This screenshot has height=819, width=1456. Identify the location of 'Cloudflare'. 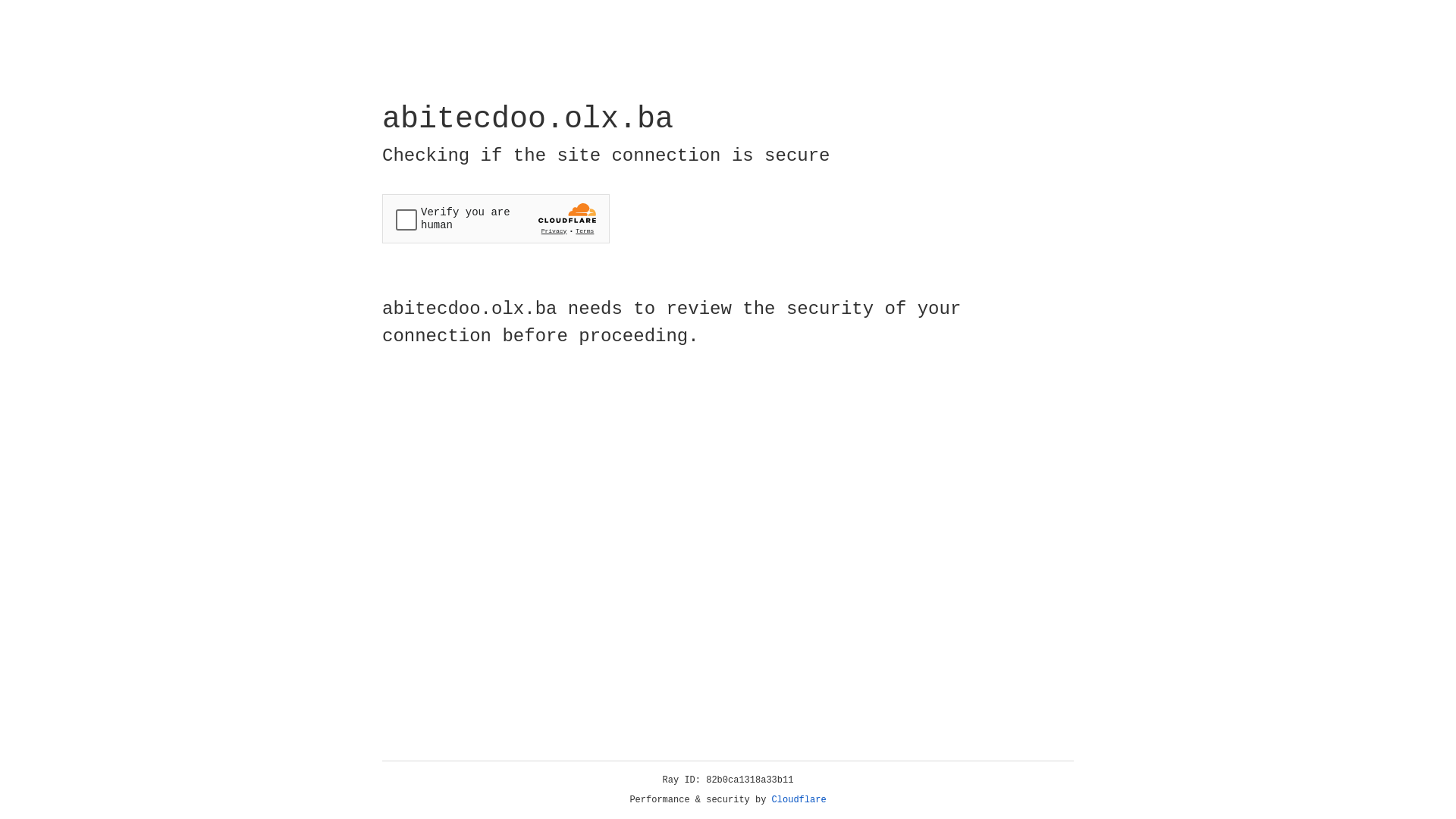
(799, 799).